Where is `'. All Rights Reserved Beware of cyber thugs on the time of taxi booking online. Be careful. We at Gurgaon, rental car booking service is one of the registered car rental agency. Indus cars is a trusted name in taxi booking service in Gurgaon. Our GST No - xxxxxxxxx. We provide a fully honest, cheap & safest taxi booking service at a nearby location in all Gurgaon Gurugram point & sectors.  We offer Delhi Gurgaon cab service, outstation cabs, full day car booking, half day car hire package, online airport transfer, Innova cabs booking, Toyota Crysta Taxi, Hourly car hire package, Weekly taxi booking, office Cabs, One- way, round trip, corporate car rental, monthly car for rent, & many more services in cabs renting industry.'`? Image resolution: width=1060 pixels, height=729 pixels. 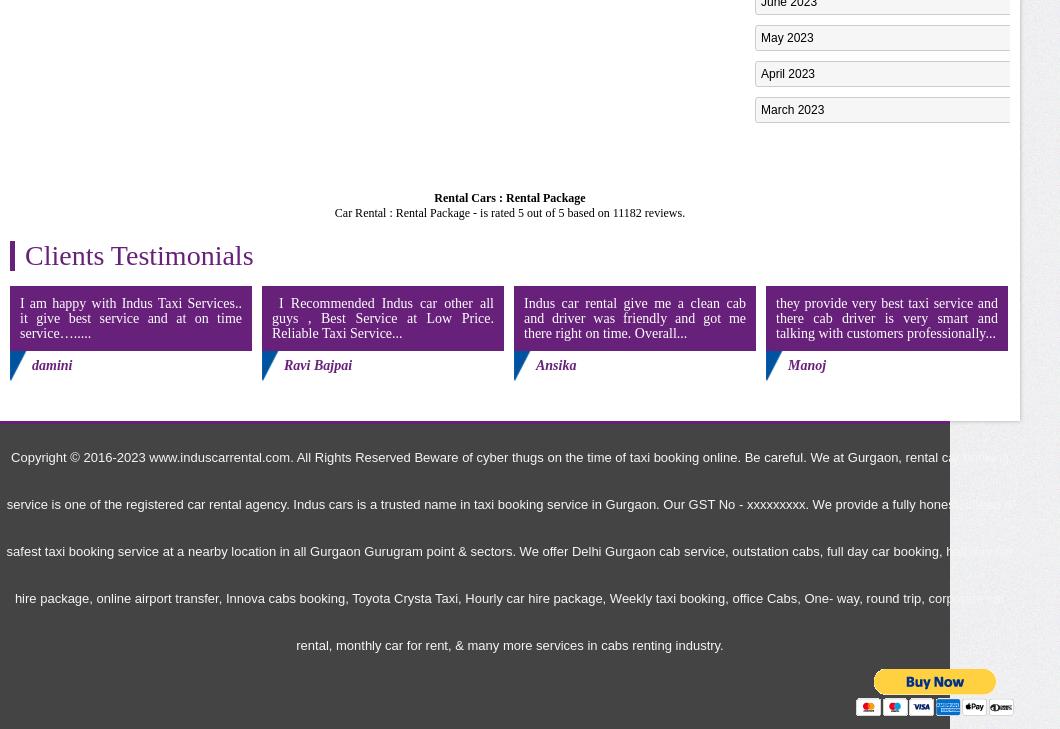
'. All Rights Reserved Beware of cyber thugs on the time of taxi booking online. Be careful. We at Gurgaon, rental car booking service is one of the registered car rental agency. Indus cars is a trusted name in taxi booking service in Gurgaon. Our GST No - xxxxxxxxx. We provide a fully honest, cheap & safest taxi booking service at a nearby location in all Gurgaon Gurugram point & sectors.  We offer Delhi Gurgaon cab service, outstation cabs, full day car booking, half day car hire package, online airport transfer, Innova cabs booking, Toyota Crysta Taxi, Hourly car hire package, Weekly taxi booking, office Cabs, One- way, round trip, corporate car rental, monthly car for rent, & many more services in cabs renting industry.' is located at coordinates (6, 551).